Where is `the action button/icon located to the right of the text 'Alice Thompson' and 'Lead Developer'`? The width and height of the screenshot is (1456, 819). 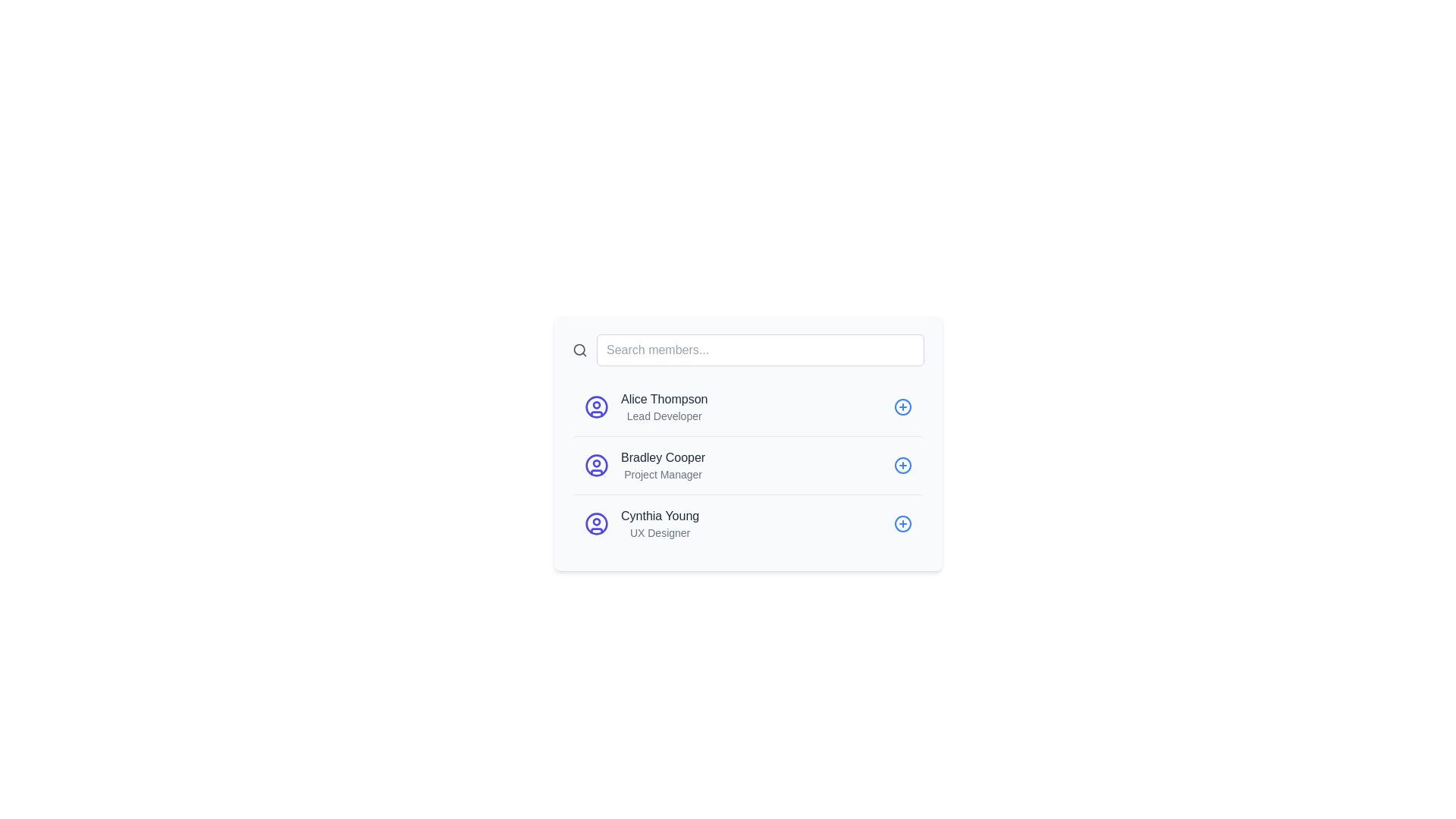 the action button/icon located to the right of the text 'Alice Thompson' and 'Lead Developer' is located at coordinates (902, 406).